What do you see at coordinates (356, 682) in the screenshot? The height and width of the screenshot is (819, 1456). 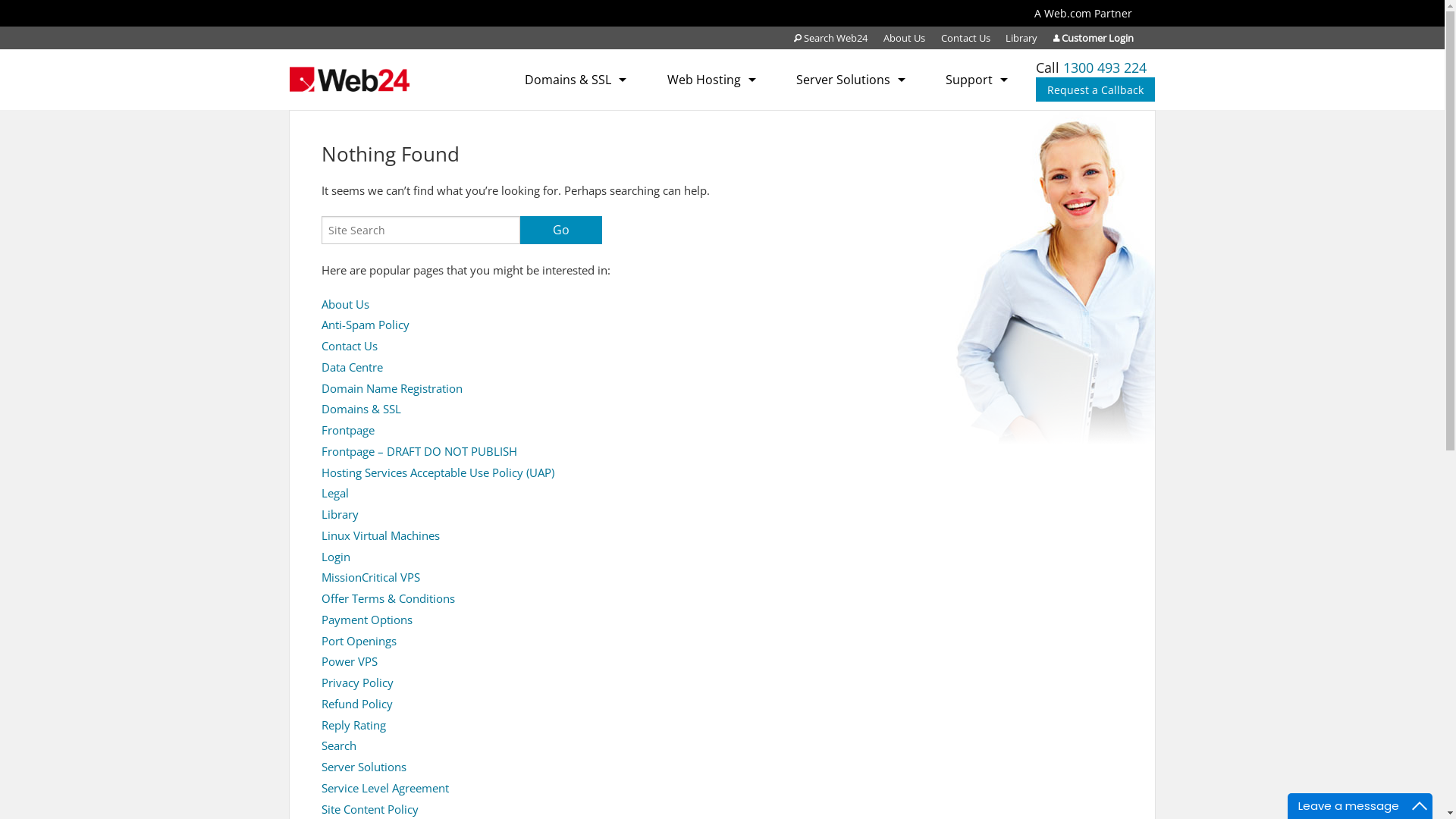 I see `'Privacy Policy'` at bounding box center [356, 682].